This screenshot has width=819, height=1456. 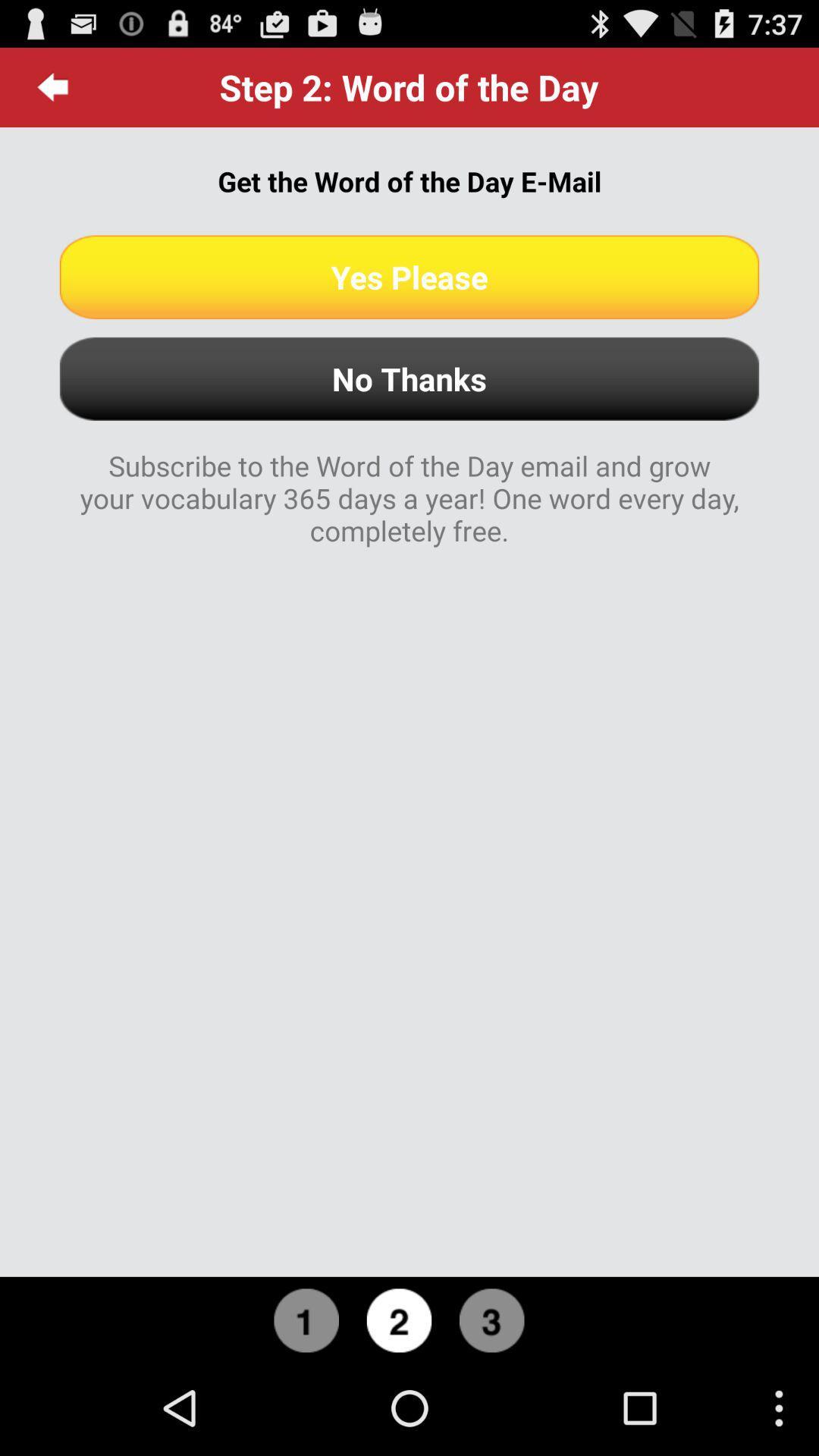 I want to click on icon below get the word app, so click(x=409, y=277).